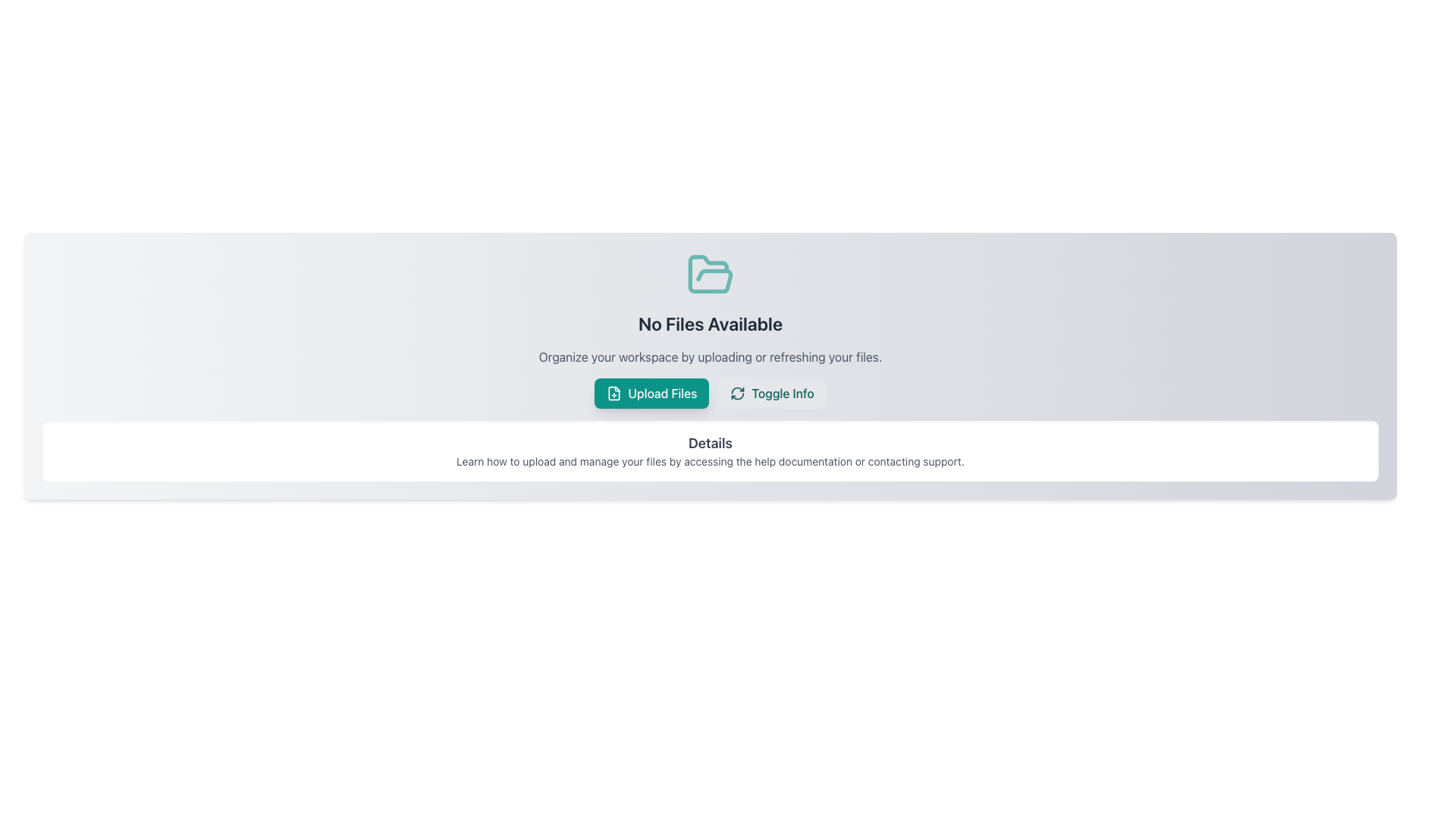 The width and height of the screenshot is (1456, 819). I want to click on the 'Upload Files' button, so click(651, 393).